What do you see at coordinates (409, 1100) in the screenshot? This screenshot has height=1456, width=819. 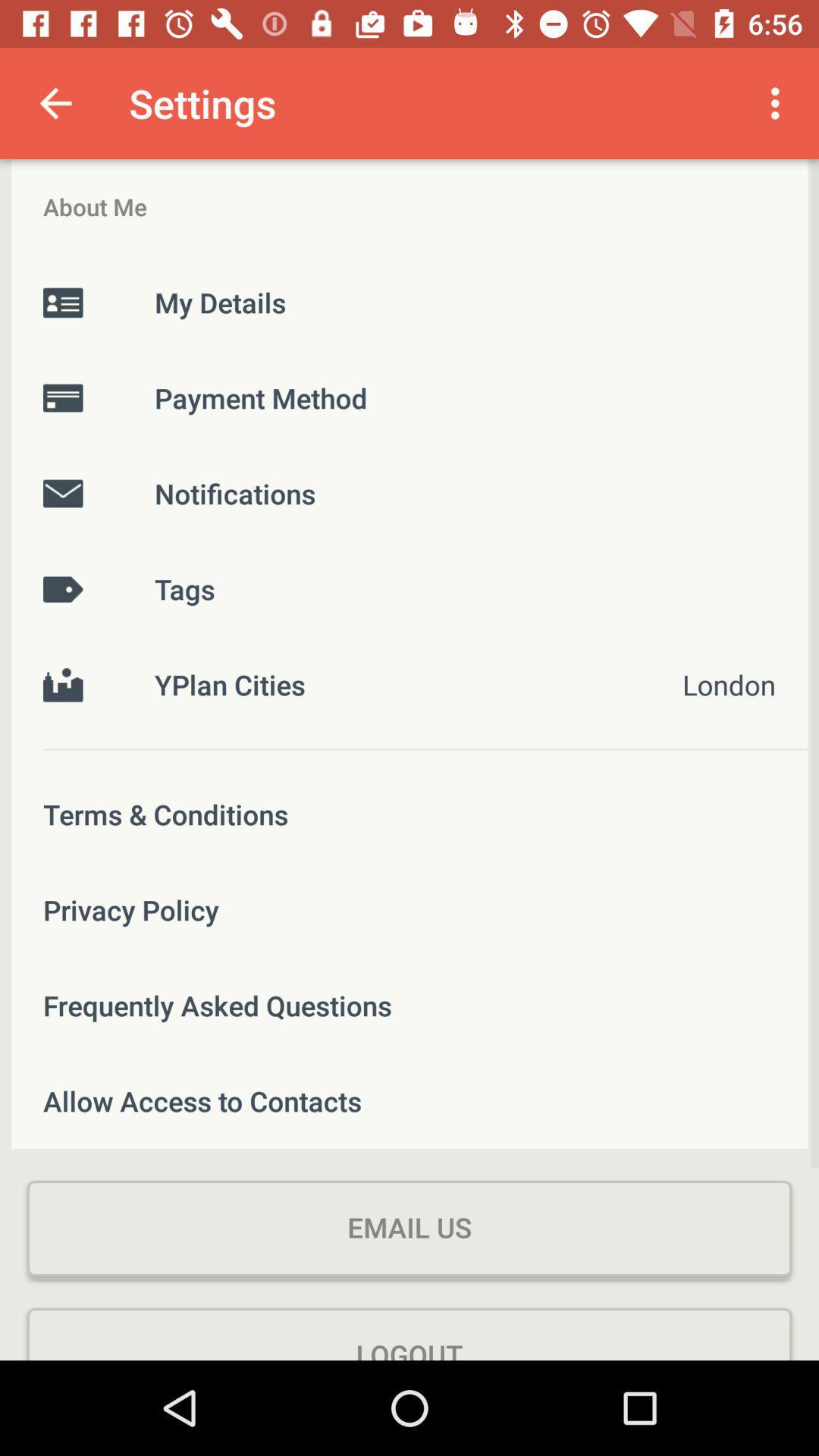 I see `the allow access to` at bounding box center [409, 1100].